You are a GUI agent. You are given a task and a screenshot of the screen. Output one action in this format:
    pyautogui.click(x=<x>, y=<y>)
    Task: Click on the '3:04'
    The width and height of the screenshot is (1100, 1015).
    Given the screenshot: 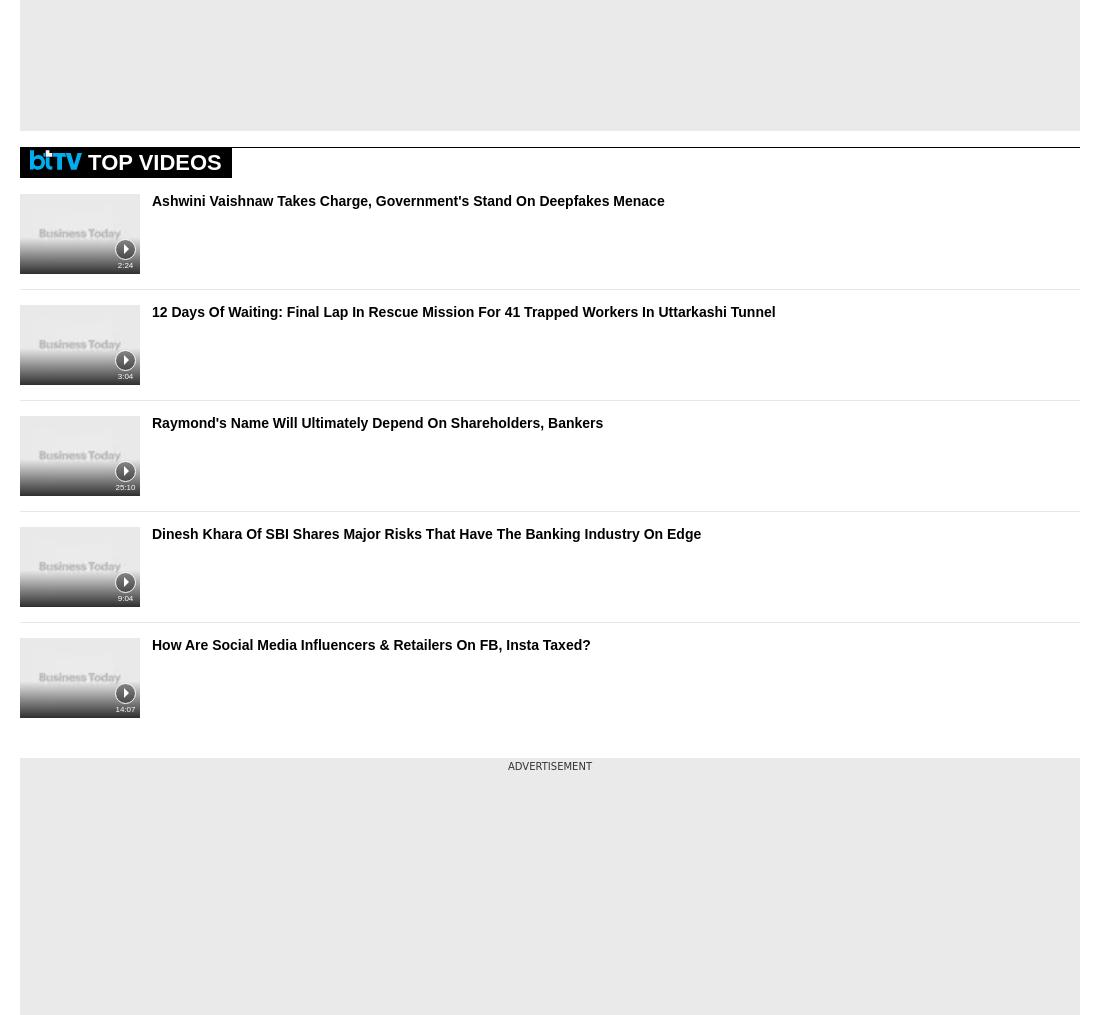 What is the action you would take?
    pyautogui.click(x=124, y=375)
    